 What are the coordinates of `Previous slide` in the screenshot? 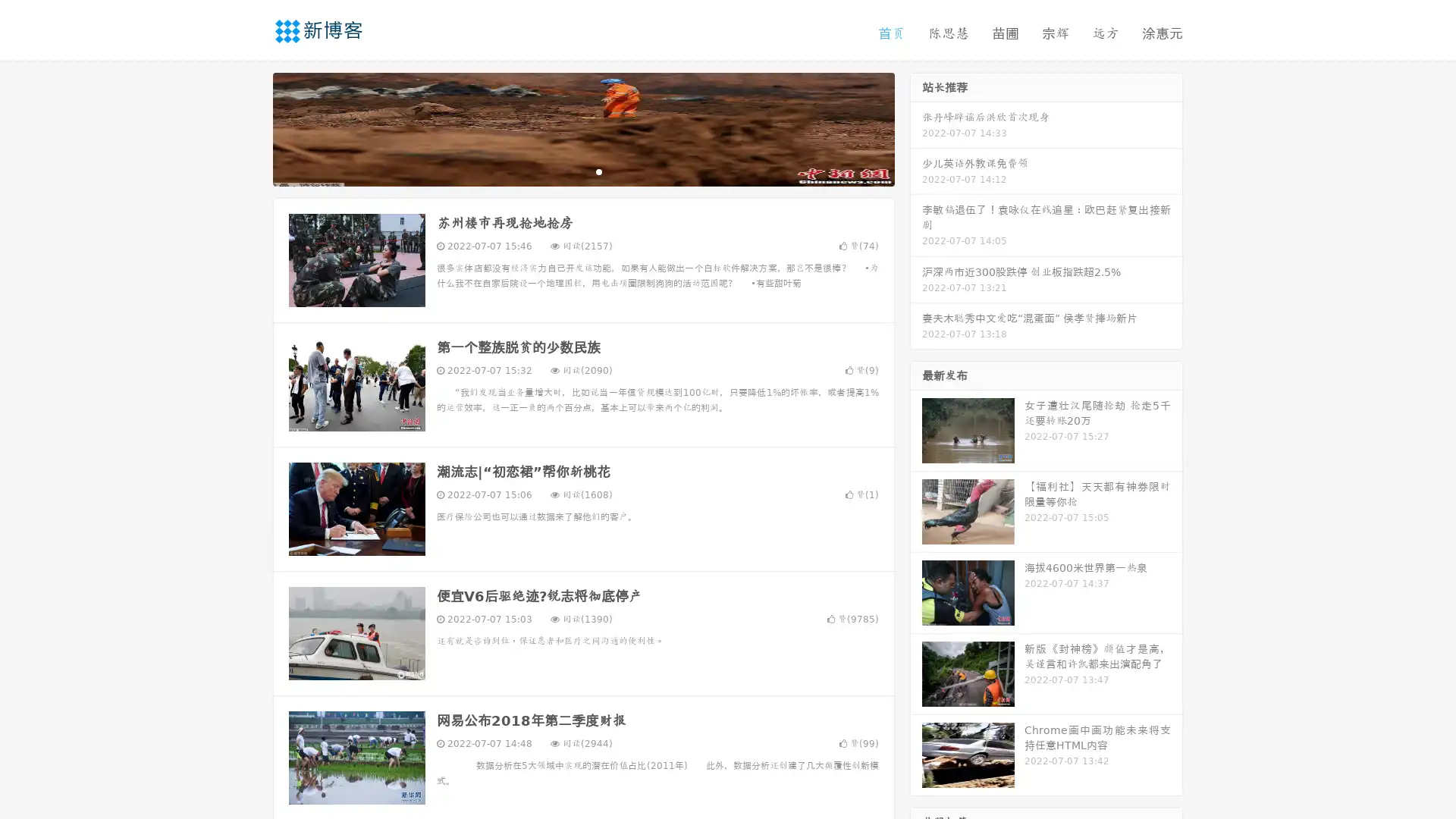 It's located at (250, 127).